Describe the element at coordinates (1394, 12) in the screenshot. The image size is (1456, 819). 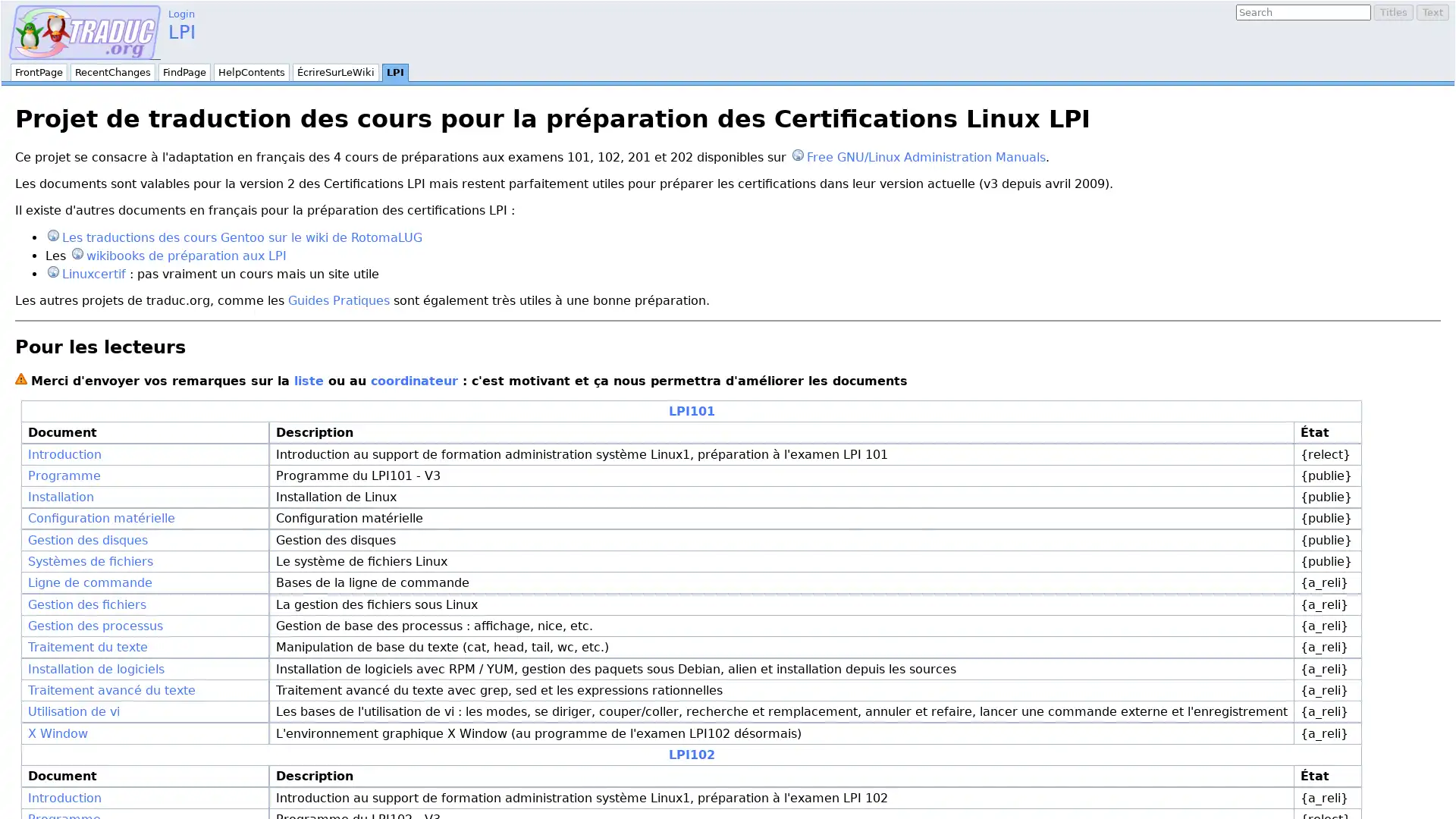
I see `Titles` at that location.